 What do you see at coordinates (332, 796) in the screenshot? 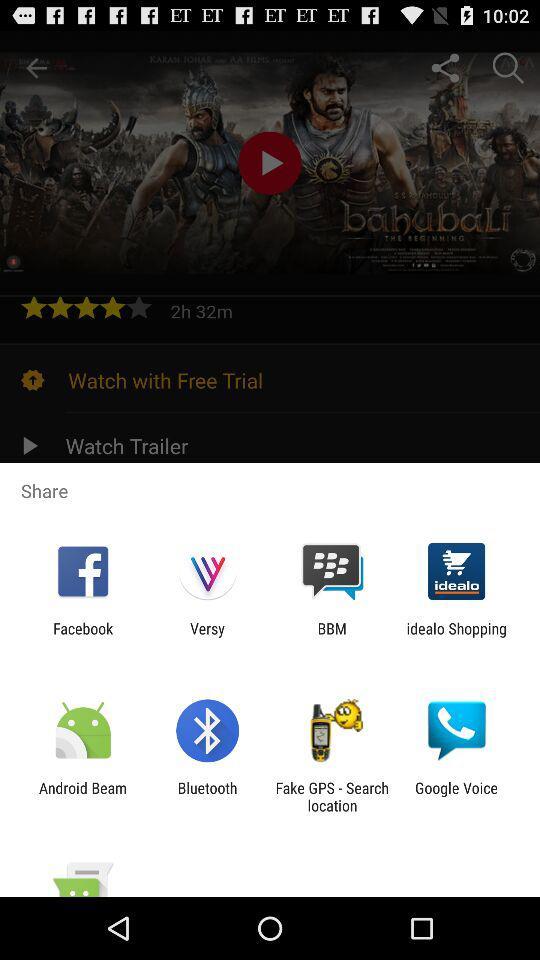
I see `fake gps search item` at bounding box center [332, 796].